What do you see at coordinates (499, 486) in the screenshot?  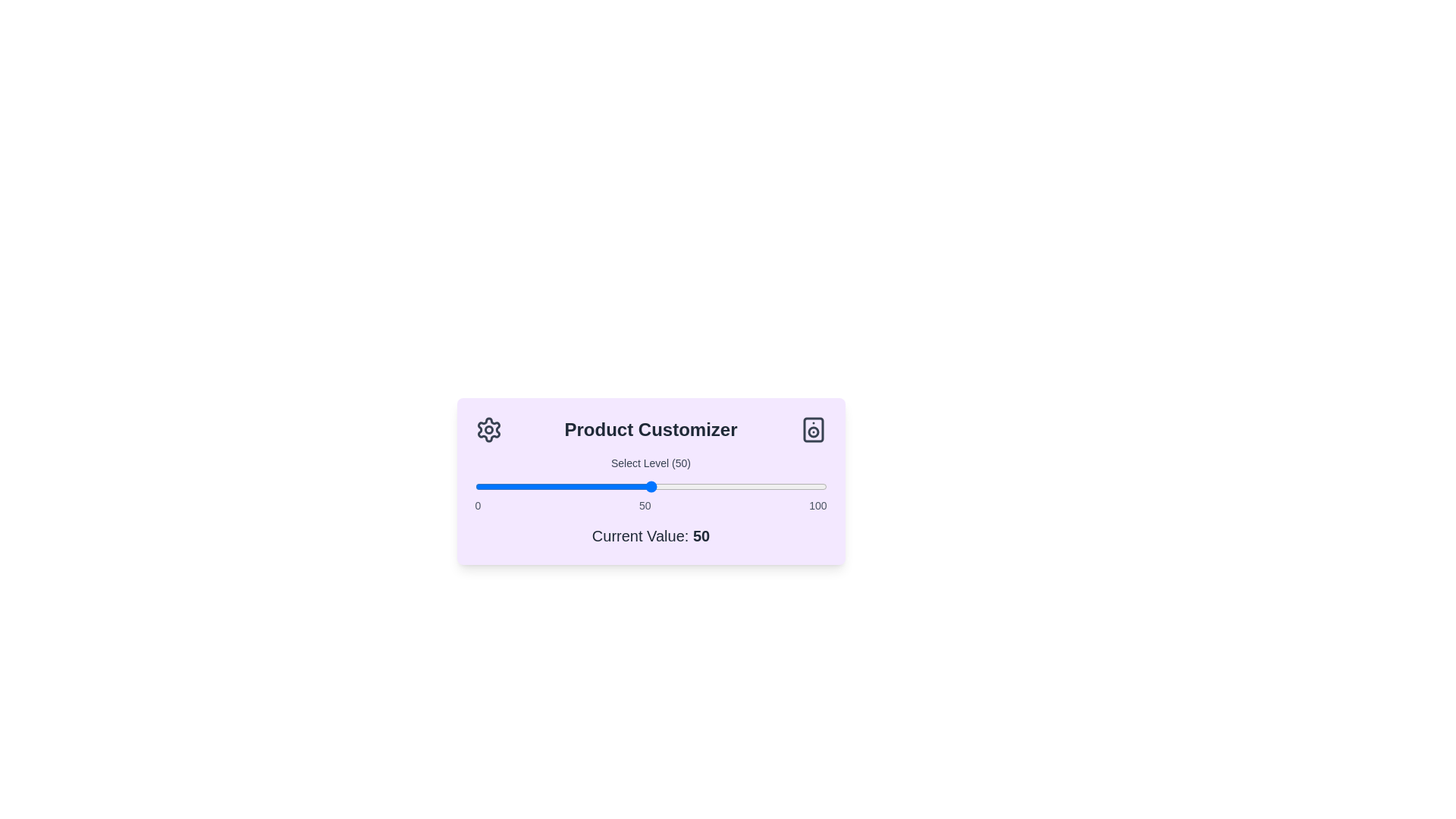 I see `the slider to set the customization level to 7` at bounding box center [499, 486].